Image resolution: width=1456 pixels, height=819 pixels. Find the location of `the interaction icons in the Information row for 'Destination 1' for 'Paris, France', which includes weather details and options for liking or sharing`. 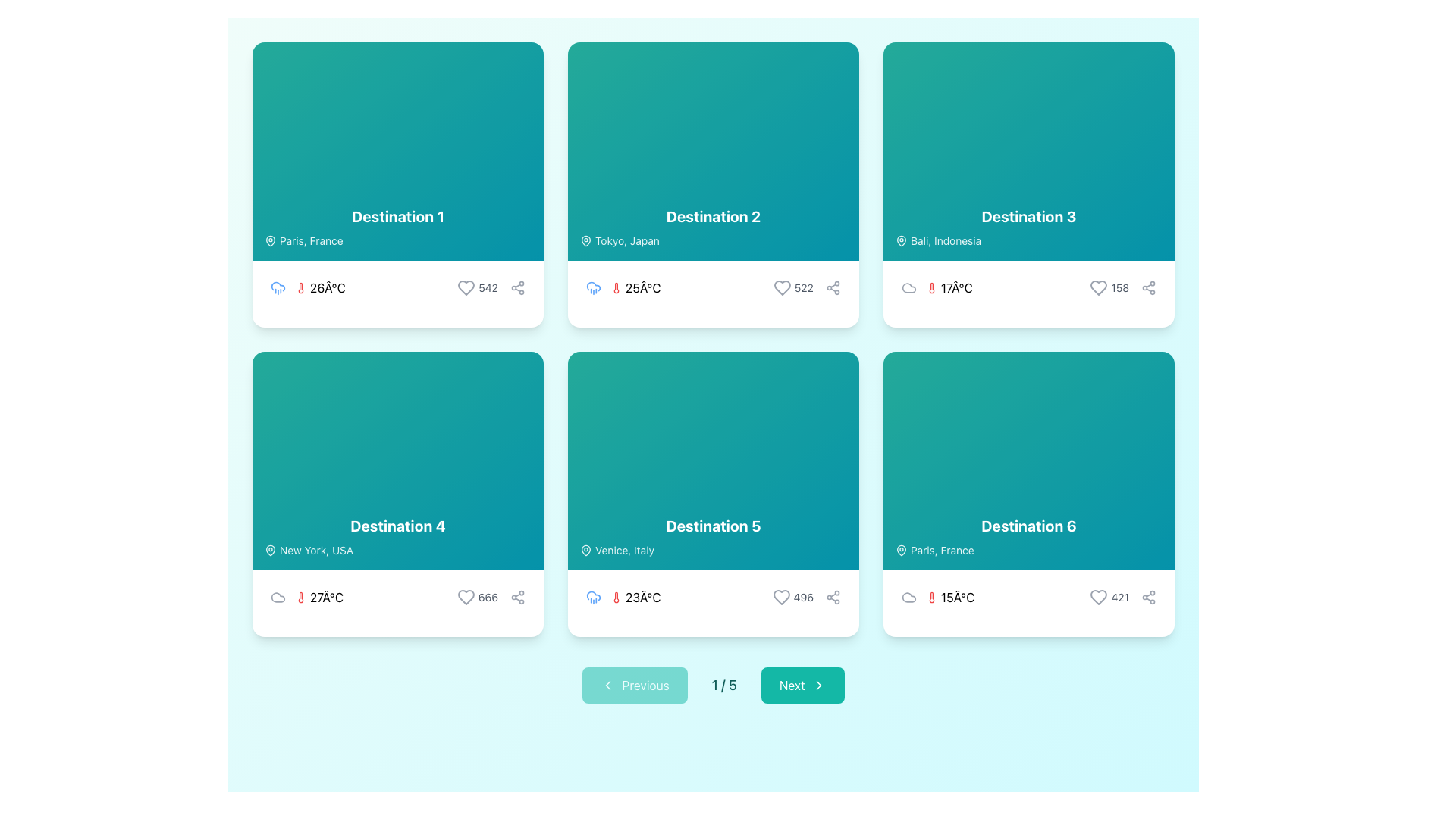

the interaction icons in the Information row for 'Destination 1' for 'Paris, France', which includes weather details and options for liking or sharing is located at coordinates (397, 294).